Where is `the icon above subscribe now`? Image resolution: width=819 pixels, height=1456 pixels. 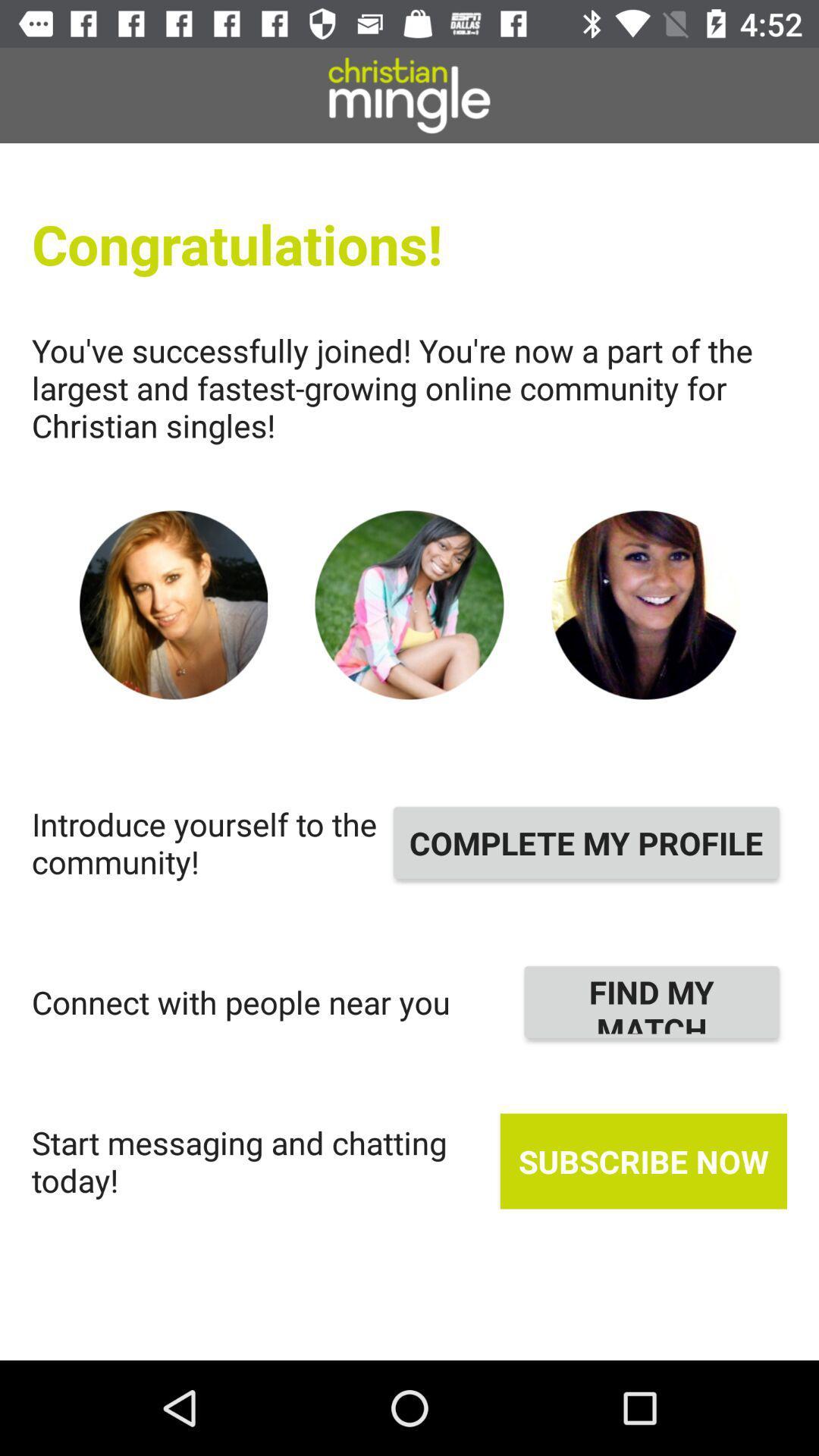 the icon above subscribe now is located at coordinates (651, 1002).